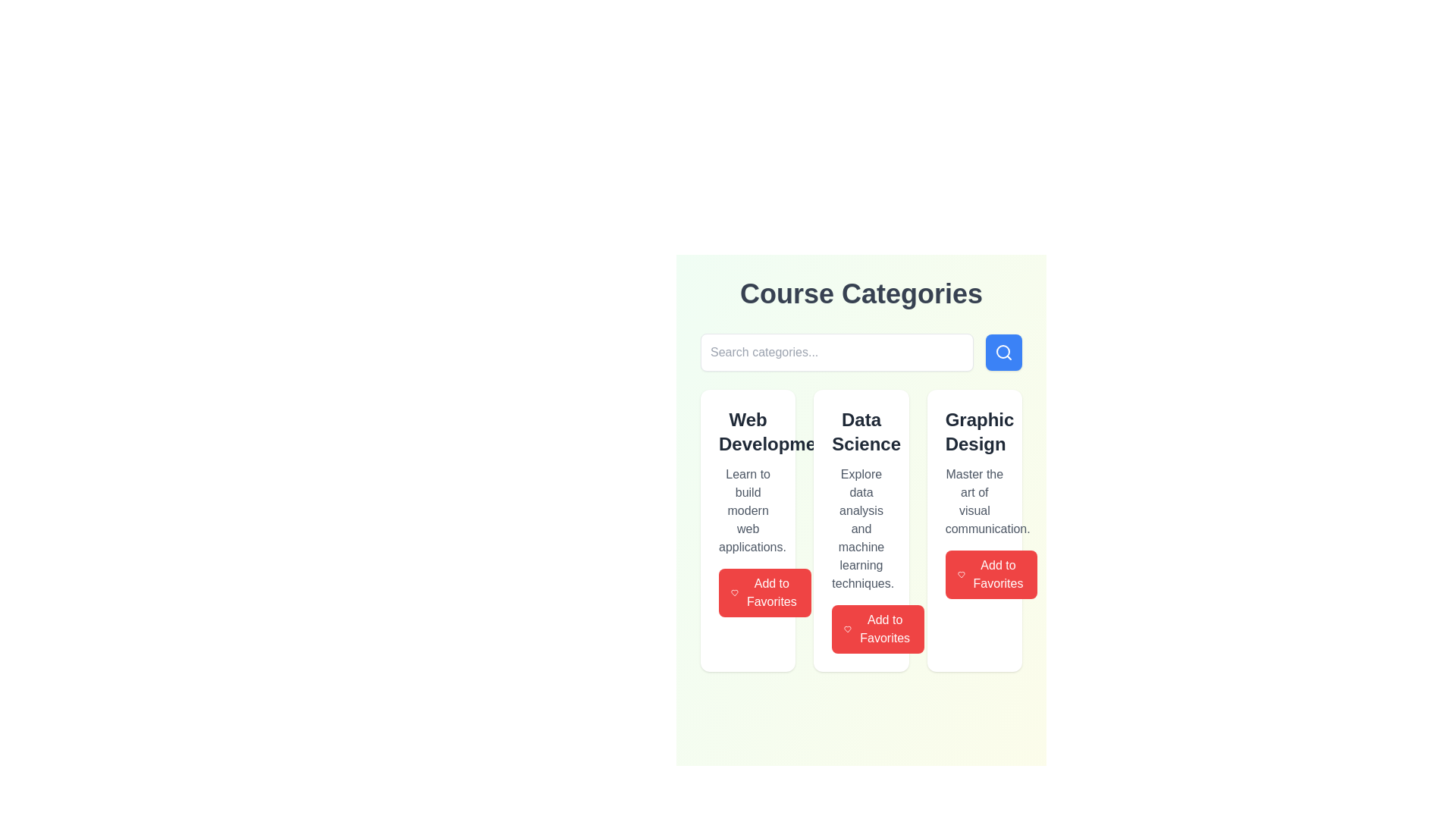  Describe the element at coordinates (847, 629) in the screenshot. I see `the heart-shaped SVG icon indicating 'favorite' functionality located inside the 'Add to Favorites' button in the 'Graphic Design' column` at that location.